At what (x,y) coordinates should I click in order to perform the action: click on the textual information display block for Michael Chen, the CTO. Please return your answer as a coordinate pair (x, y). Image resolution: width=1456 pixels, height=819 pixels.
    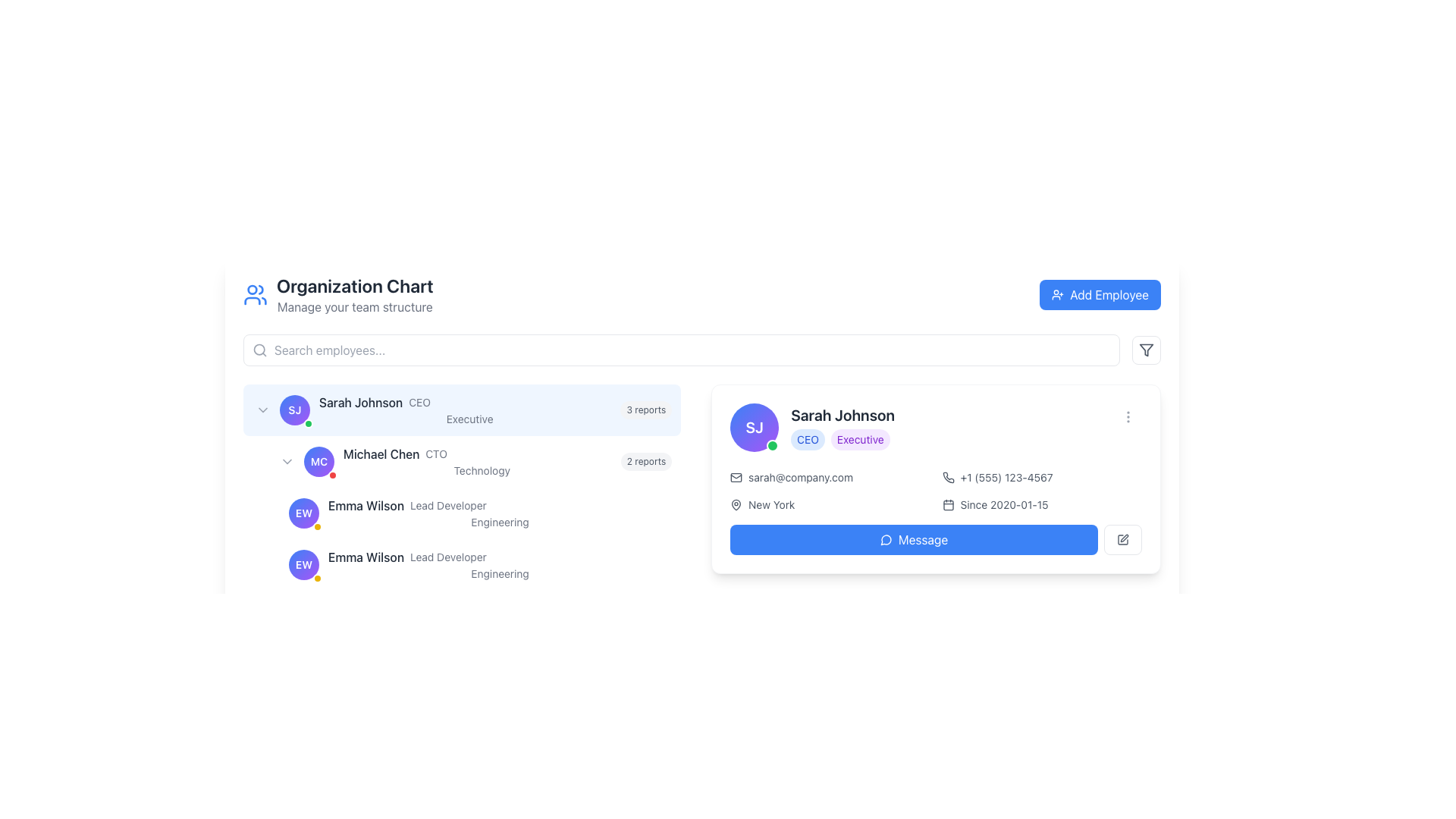
    Looking at the image, I should click on (467, 488).